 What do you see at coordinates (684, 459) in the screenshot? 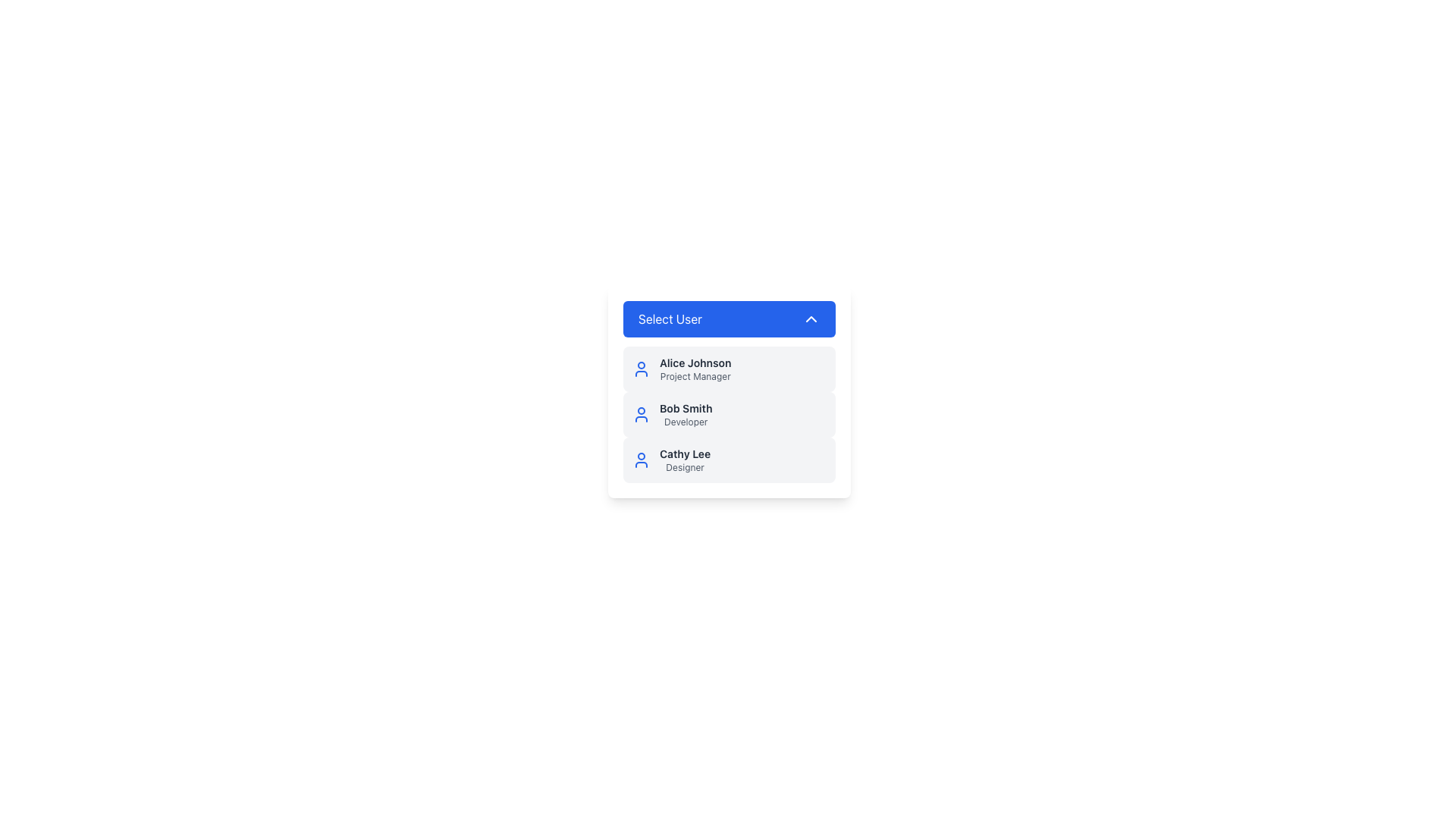
I see `the Text Label element displaying 'Cathy Lee' and 'Designer'` at bounding box center [684, 459].